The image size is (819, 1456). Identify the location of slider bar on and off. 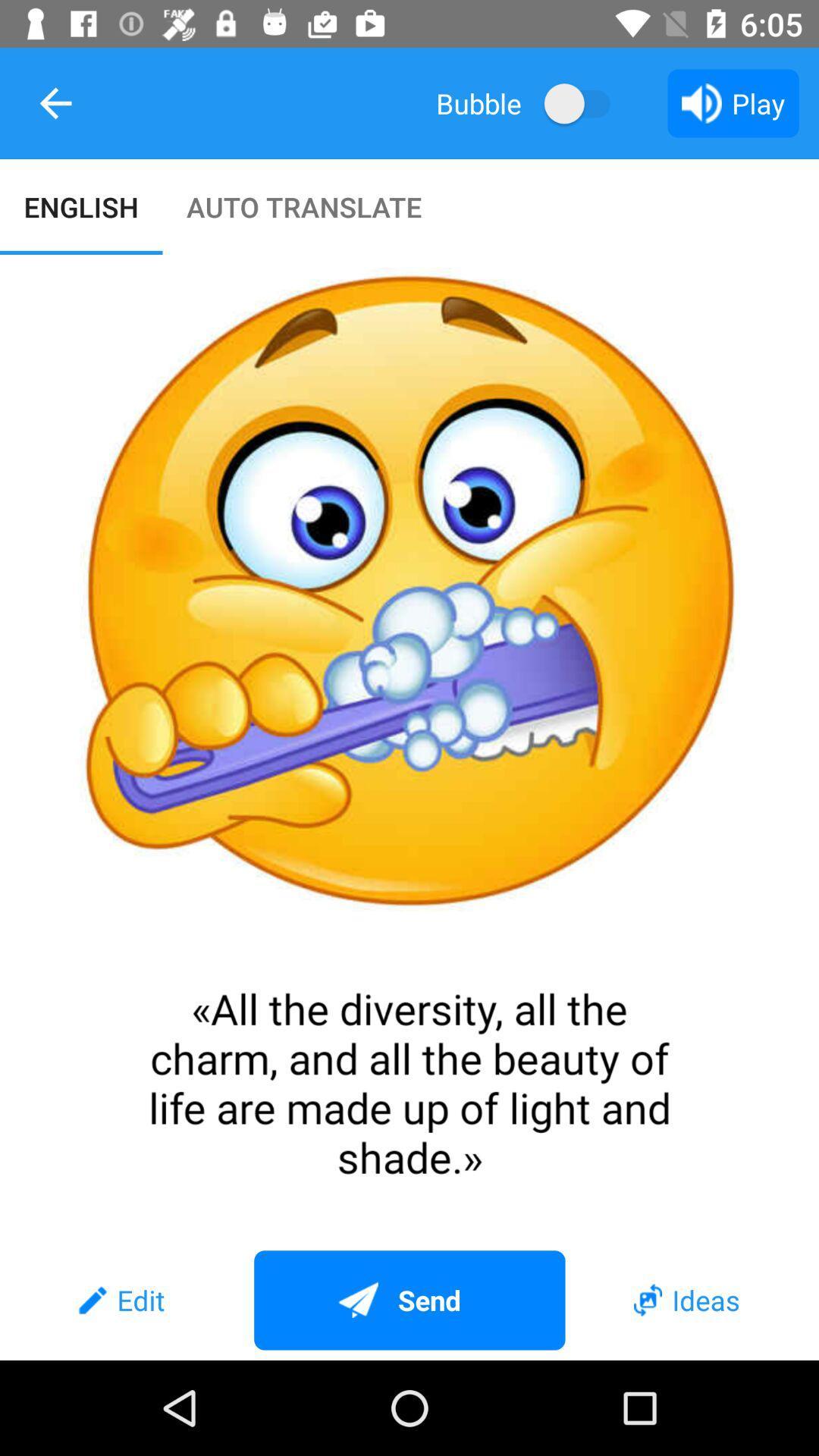
(584, 102).